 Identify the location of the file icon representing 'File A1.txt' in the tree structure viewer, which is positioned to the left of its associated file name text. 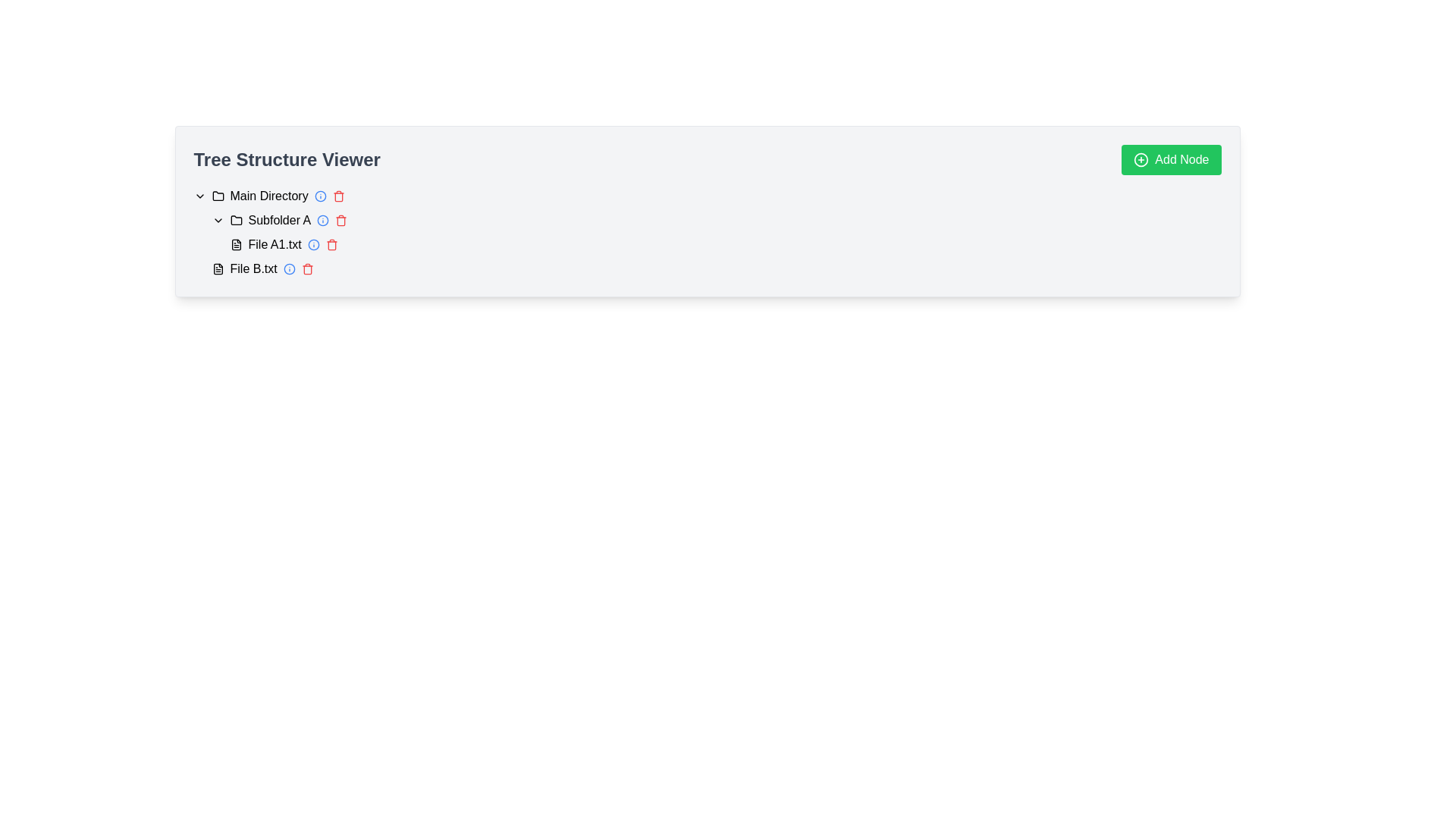
(235, 244).